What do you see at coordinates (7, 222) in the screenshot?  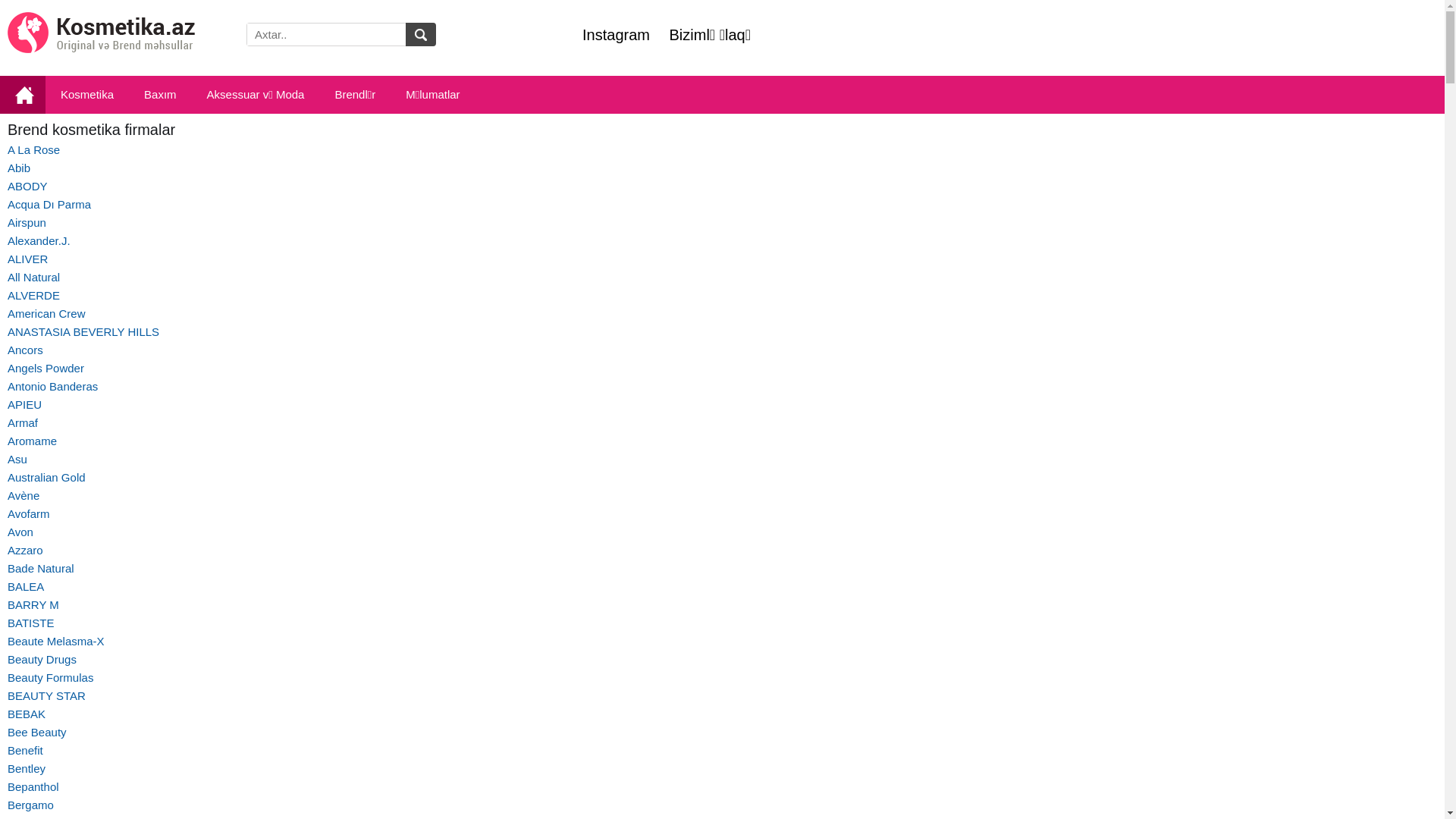 I see `'Airspun'` at bounding box center [7, 222].